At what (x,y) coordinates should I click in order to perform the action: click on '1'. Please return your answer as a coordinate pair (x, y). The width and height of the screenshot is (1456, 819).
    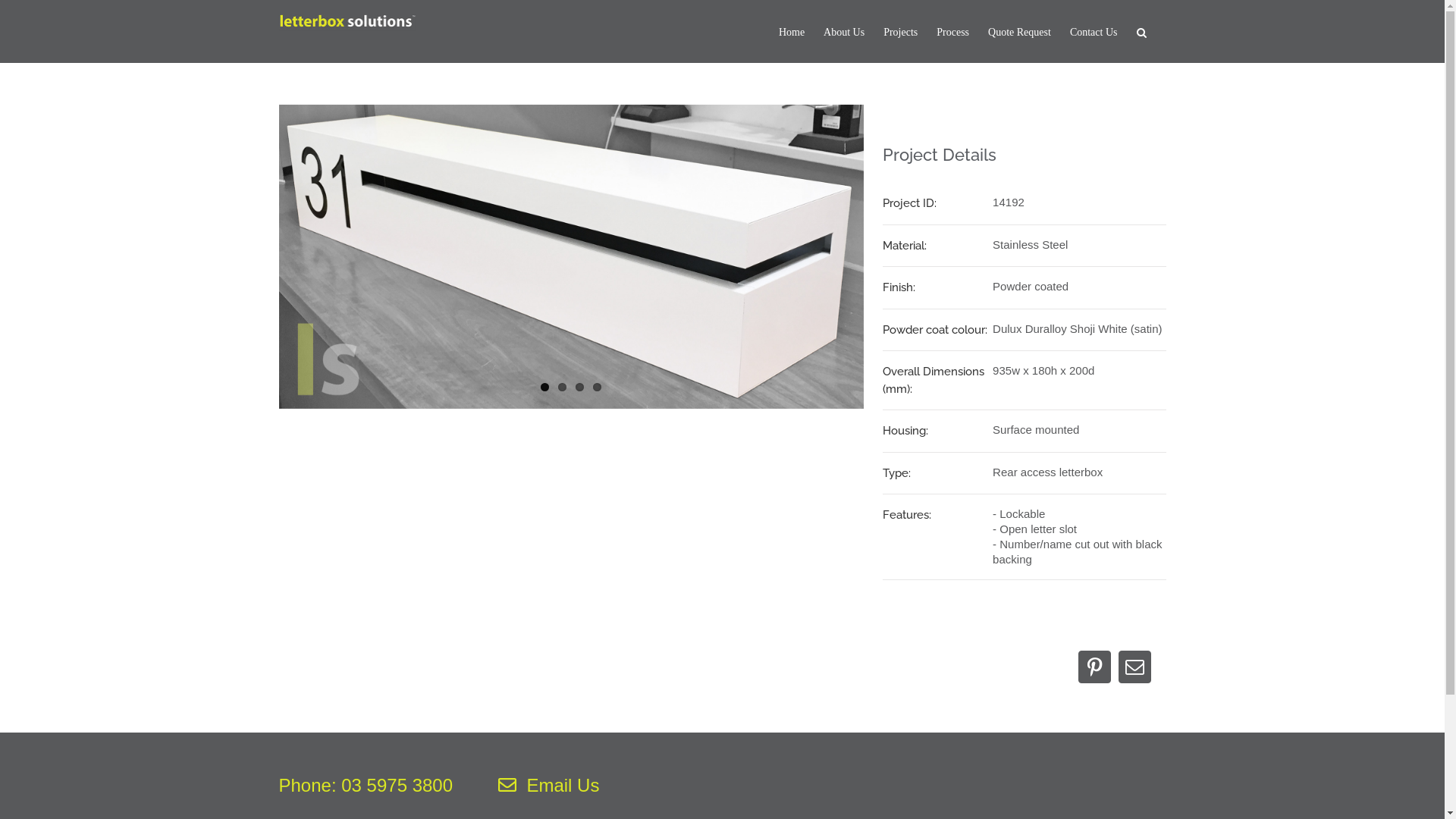
    Looking at the image, I should click on (544, 386).